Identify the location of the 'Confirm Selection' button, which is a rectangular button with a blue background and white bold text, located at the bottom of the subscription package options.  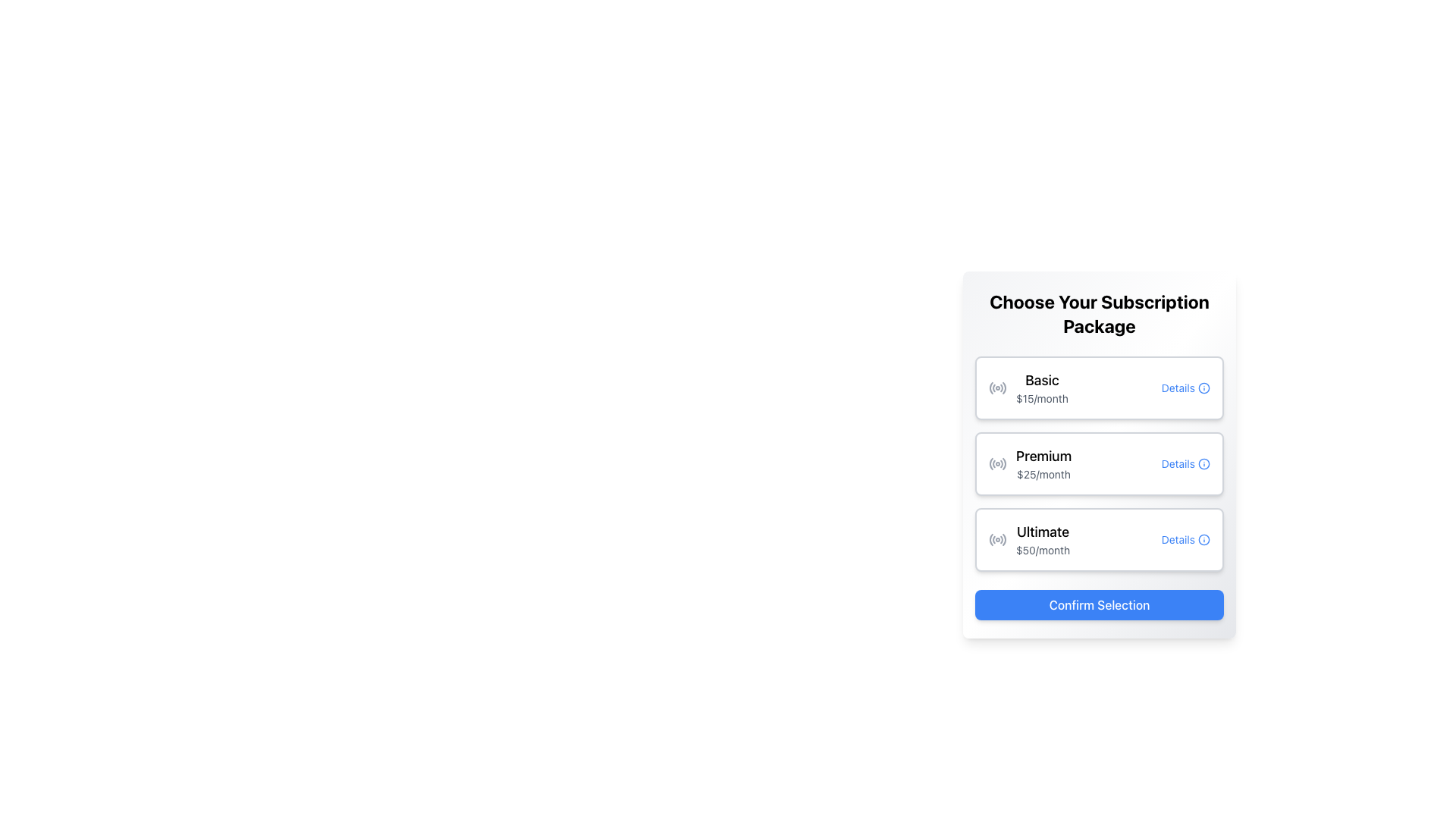
(1099, 604).